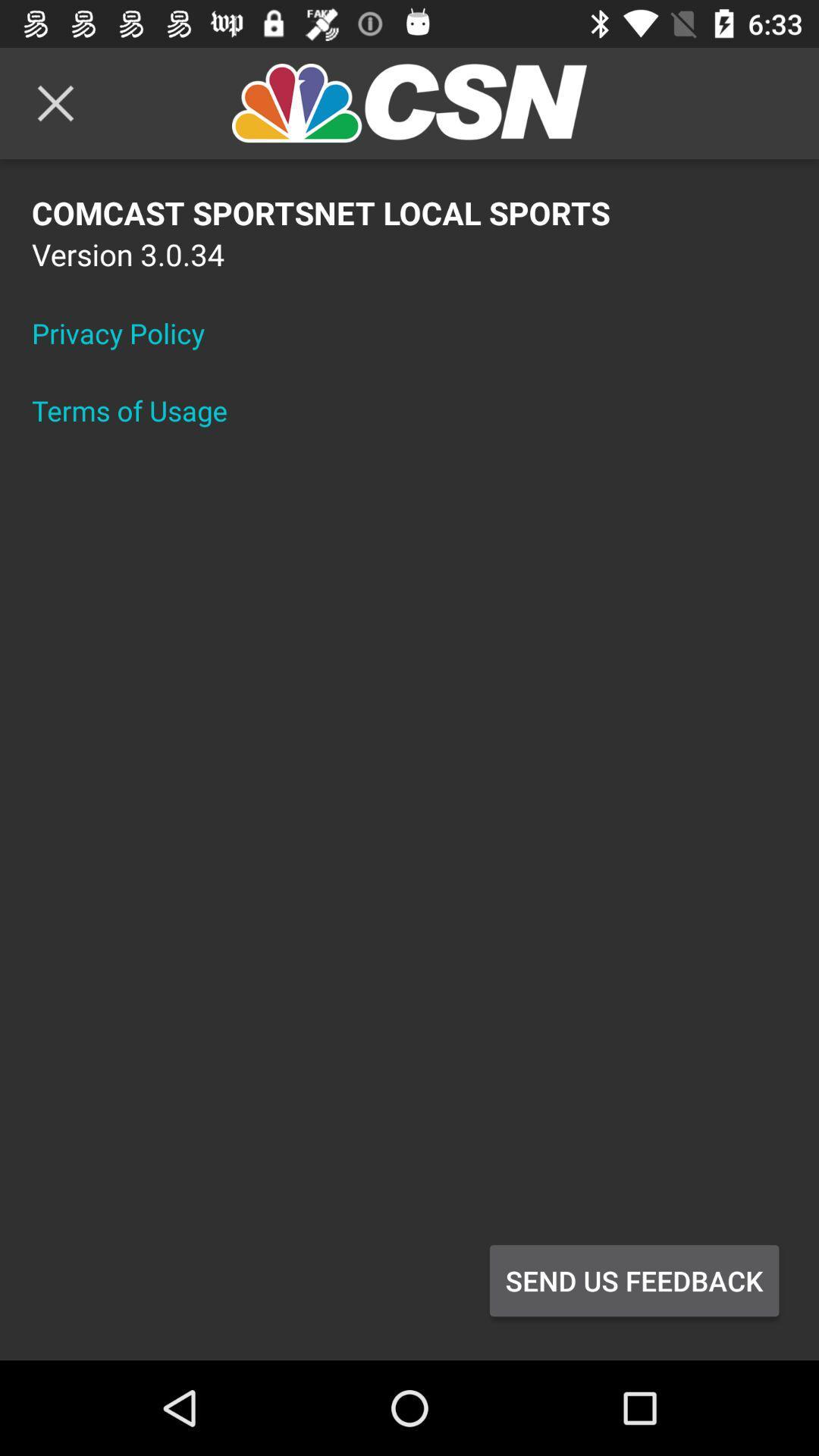 The height and width of the screenshot is (1456, 819). Describe the element at coordinates (127, 332) in the screenshot. I see `privacy policy item` at that location.